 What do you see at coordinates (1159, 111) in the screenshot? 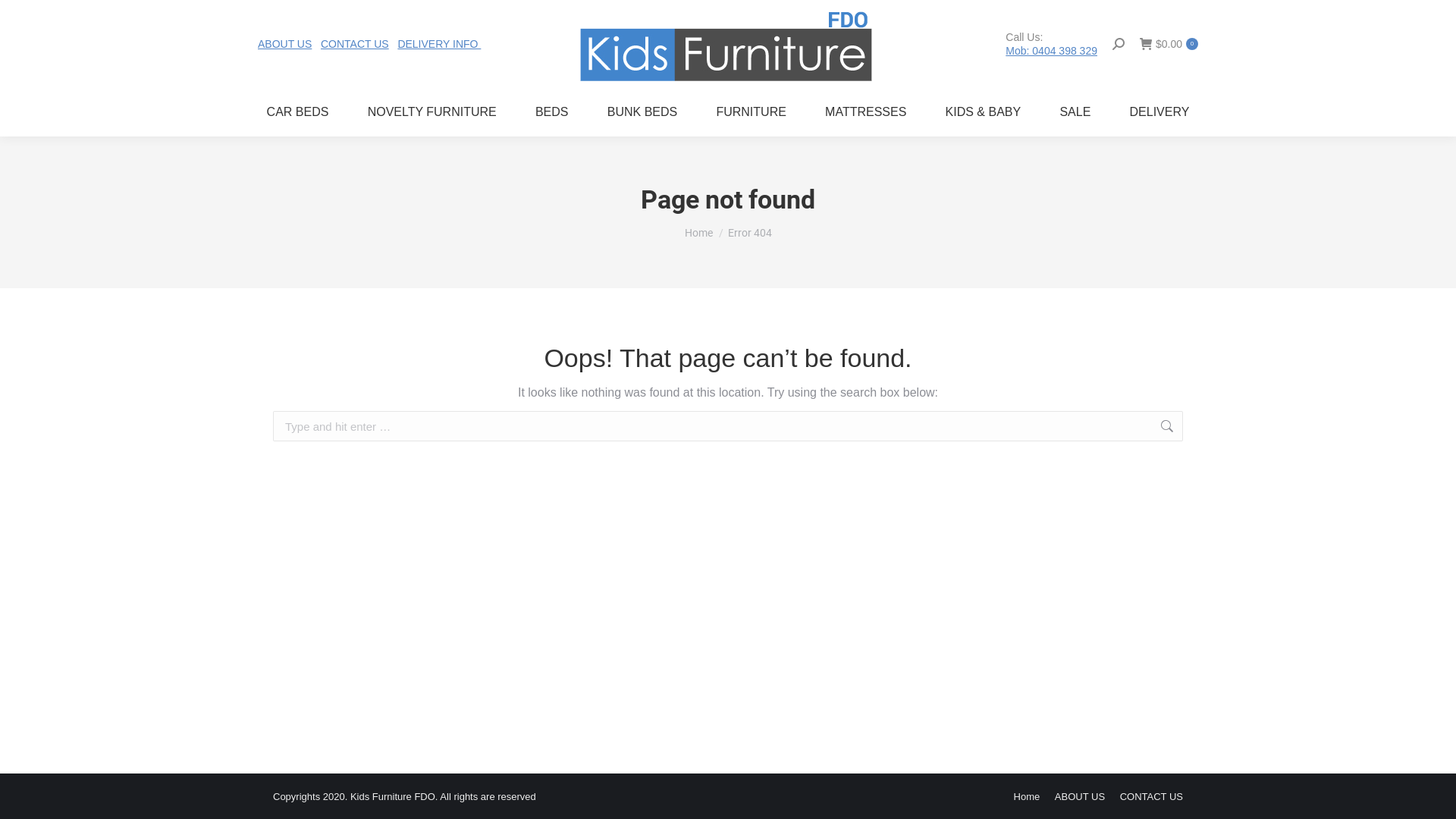
I see `'DELIVERY'` at bounding box center [1159, 111].